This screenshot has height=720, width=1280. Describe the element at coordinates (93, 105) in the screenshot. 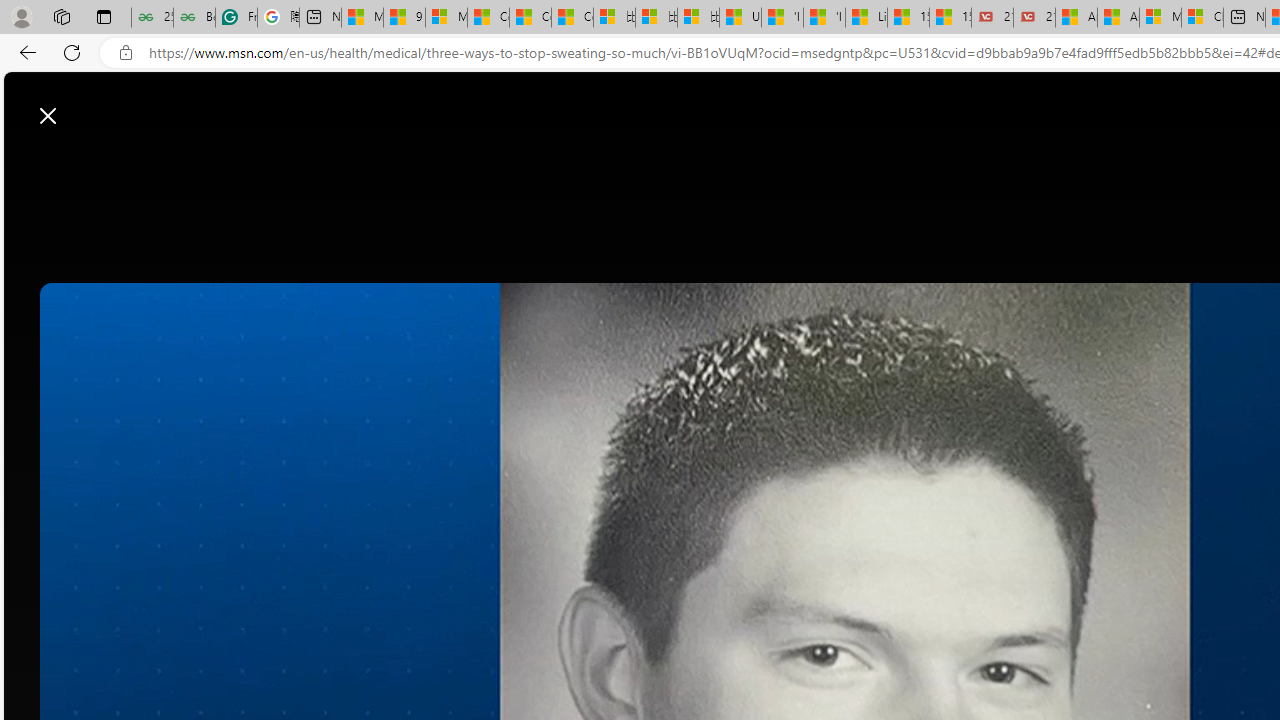

I see `'Microsoft Start'` at that location.